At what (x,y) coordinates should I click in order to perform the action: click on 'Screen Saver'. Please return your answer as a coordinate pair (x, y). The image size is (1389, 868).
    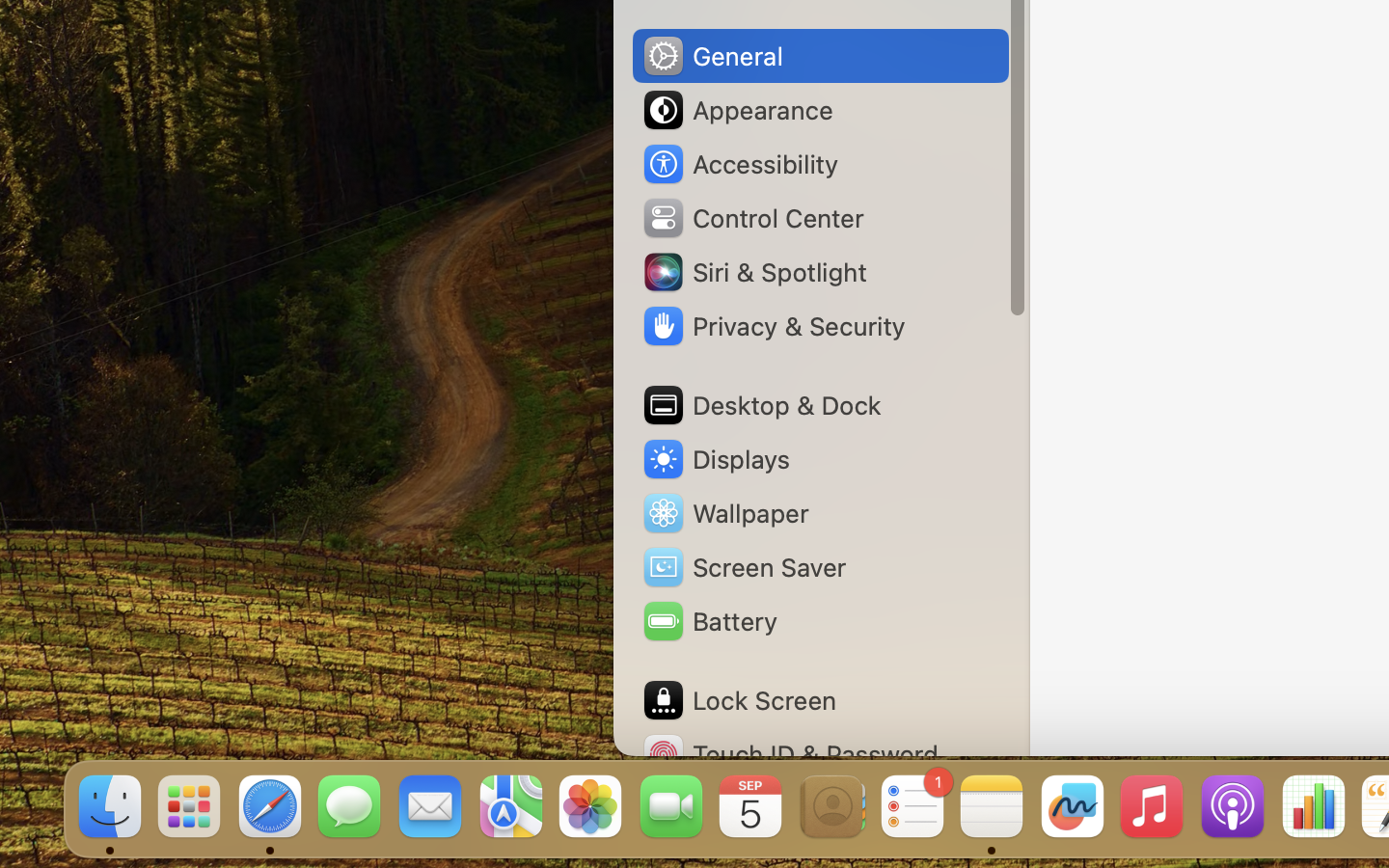
    Looking at the image, I should click on (742, 566).